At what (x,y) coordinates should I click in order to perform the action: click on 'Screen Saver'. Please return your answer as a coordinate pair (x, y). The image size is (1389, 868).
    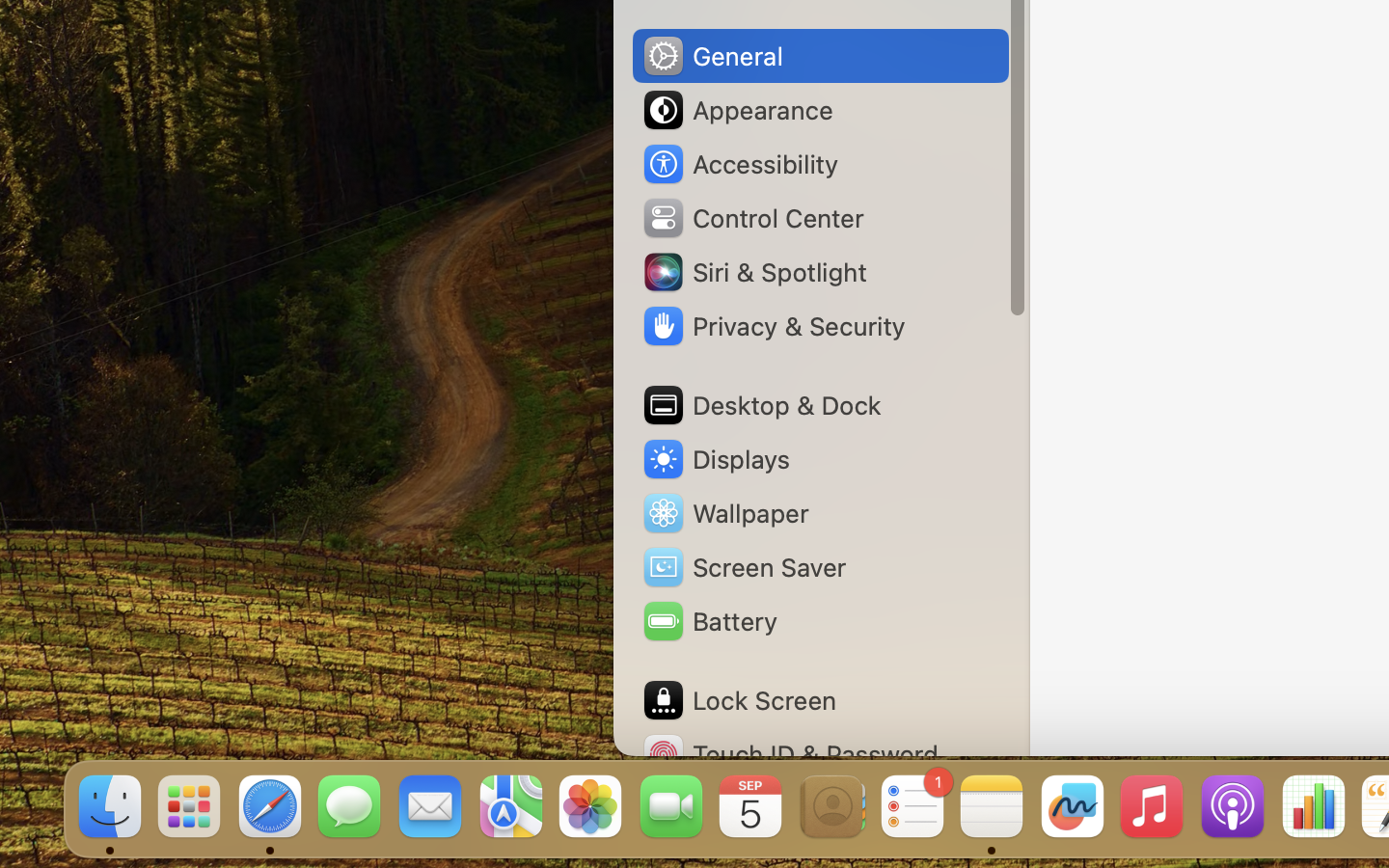
    Looking at the image, I should click on (742, 566).